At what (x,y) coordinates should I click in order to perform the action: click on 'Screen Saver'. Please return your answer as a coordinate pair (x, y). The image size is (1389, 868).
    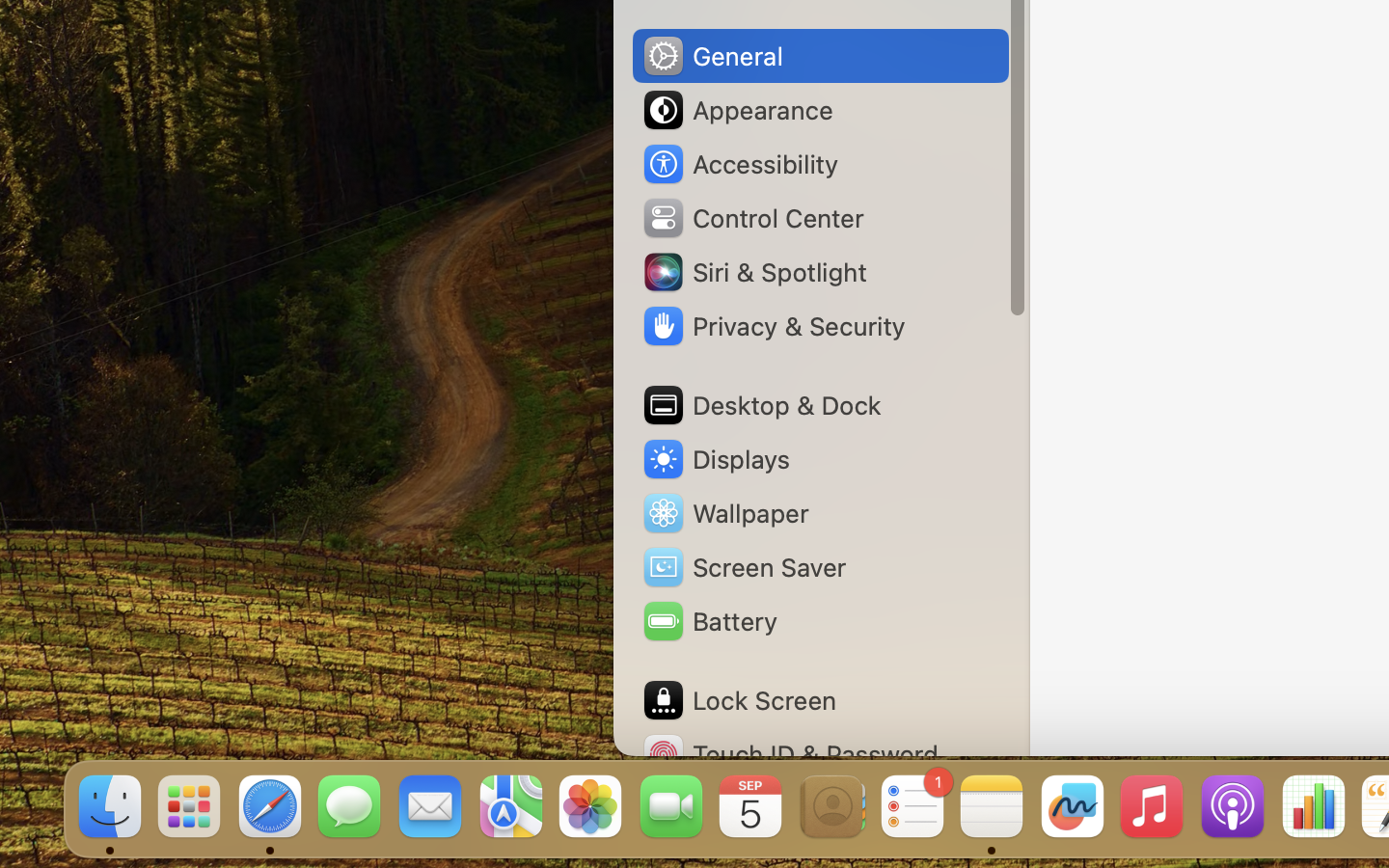
    Looking at the image, I should click on (742, 566).